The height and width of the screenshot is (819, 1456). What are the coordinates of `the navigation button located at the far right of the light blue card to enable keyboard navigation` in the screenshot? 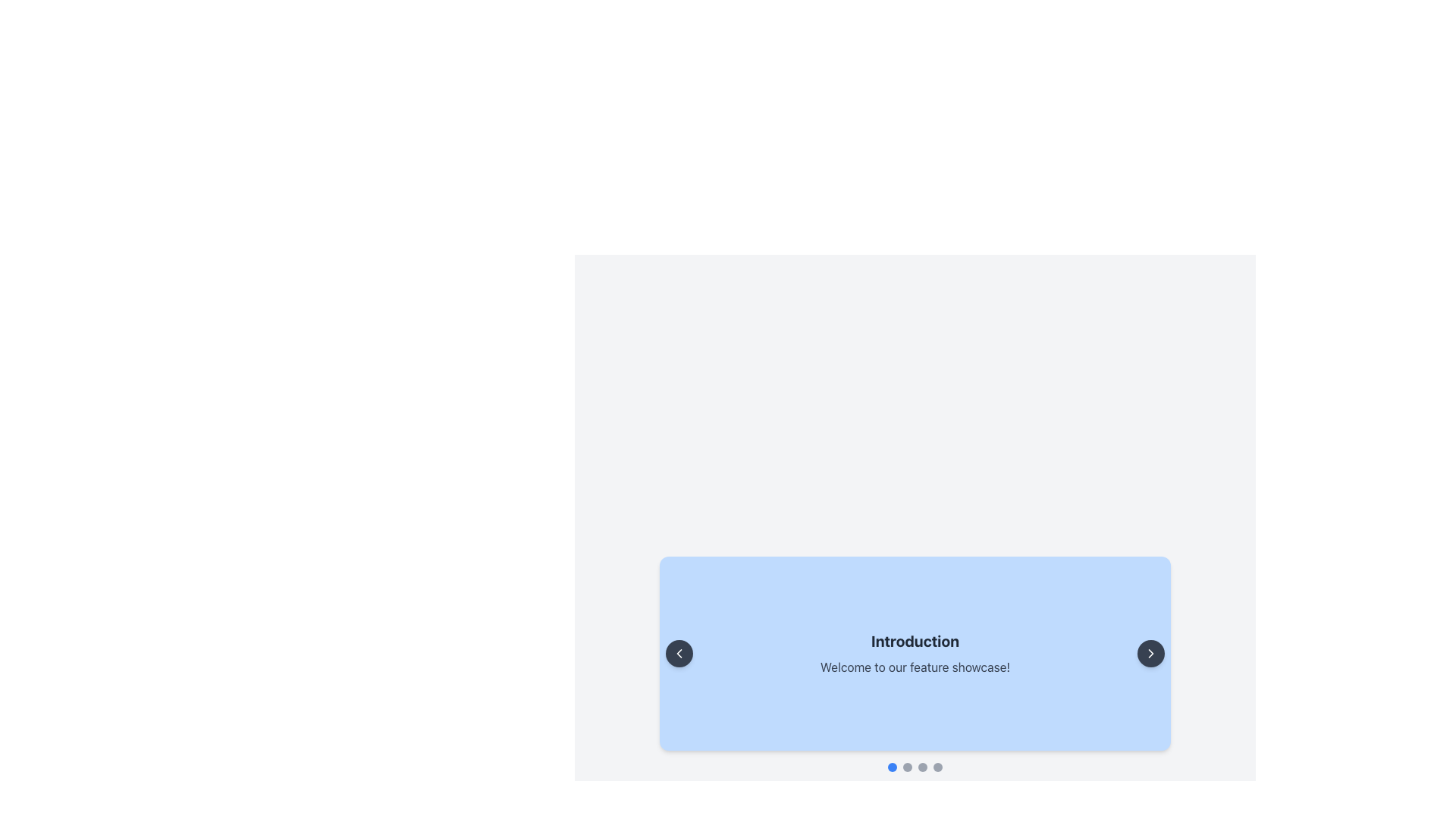 It's located at (1150, 652).